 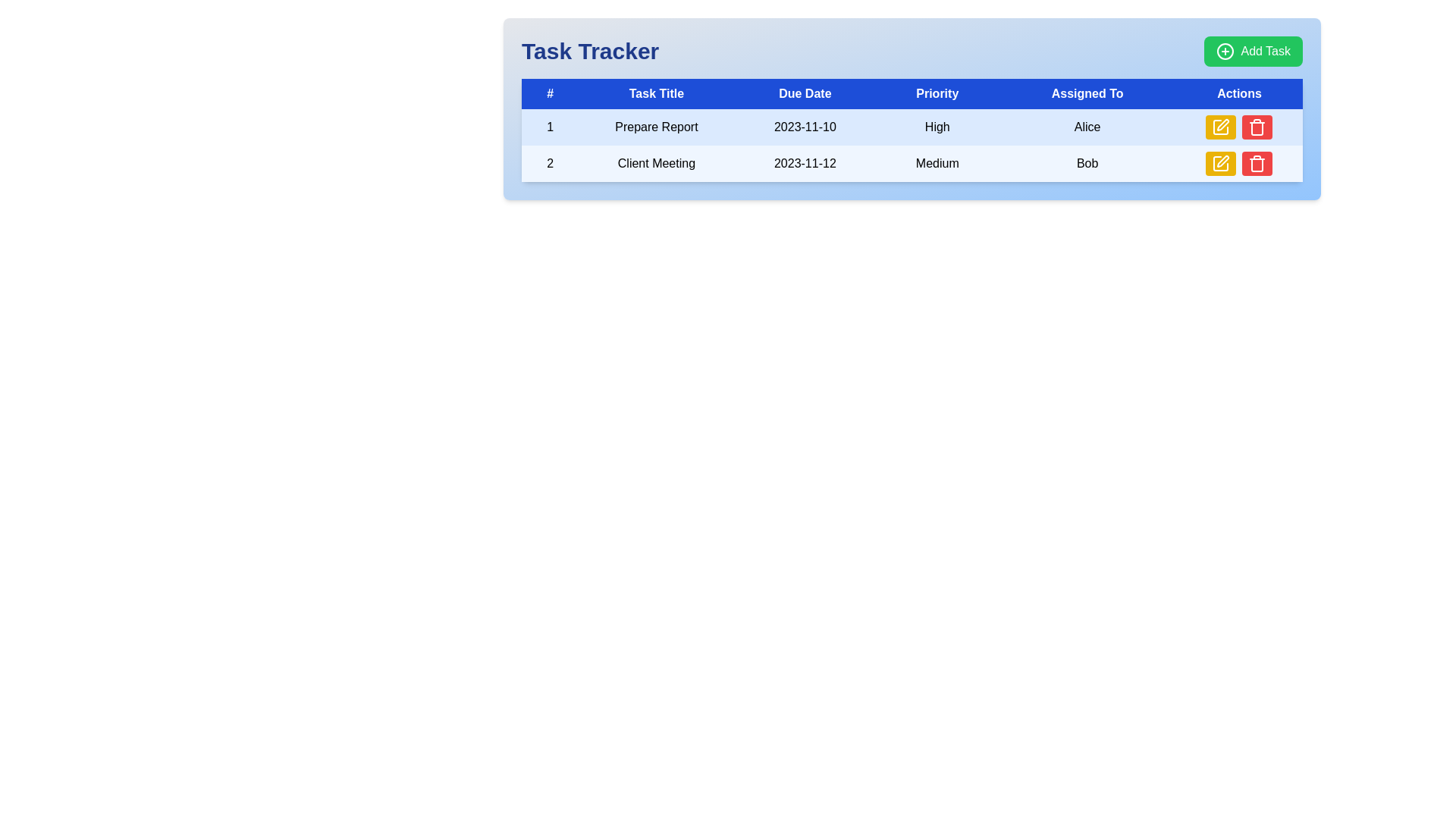 What do you see at coordinates (1254, 51) in the screenshot?
I see `the 'Add Task' button located at the top-right corner of the 'Task Tracker' section` at bounding box center [1254, 51].